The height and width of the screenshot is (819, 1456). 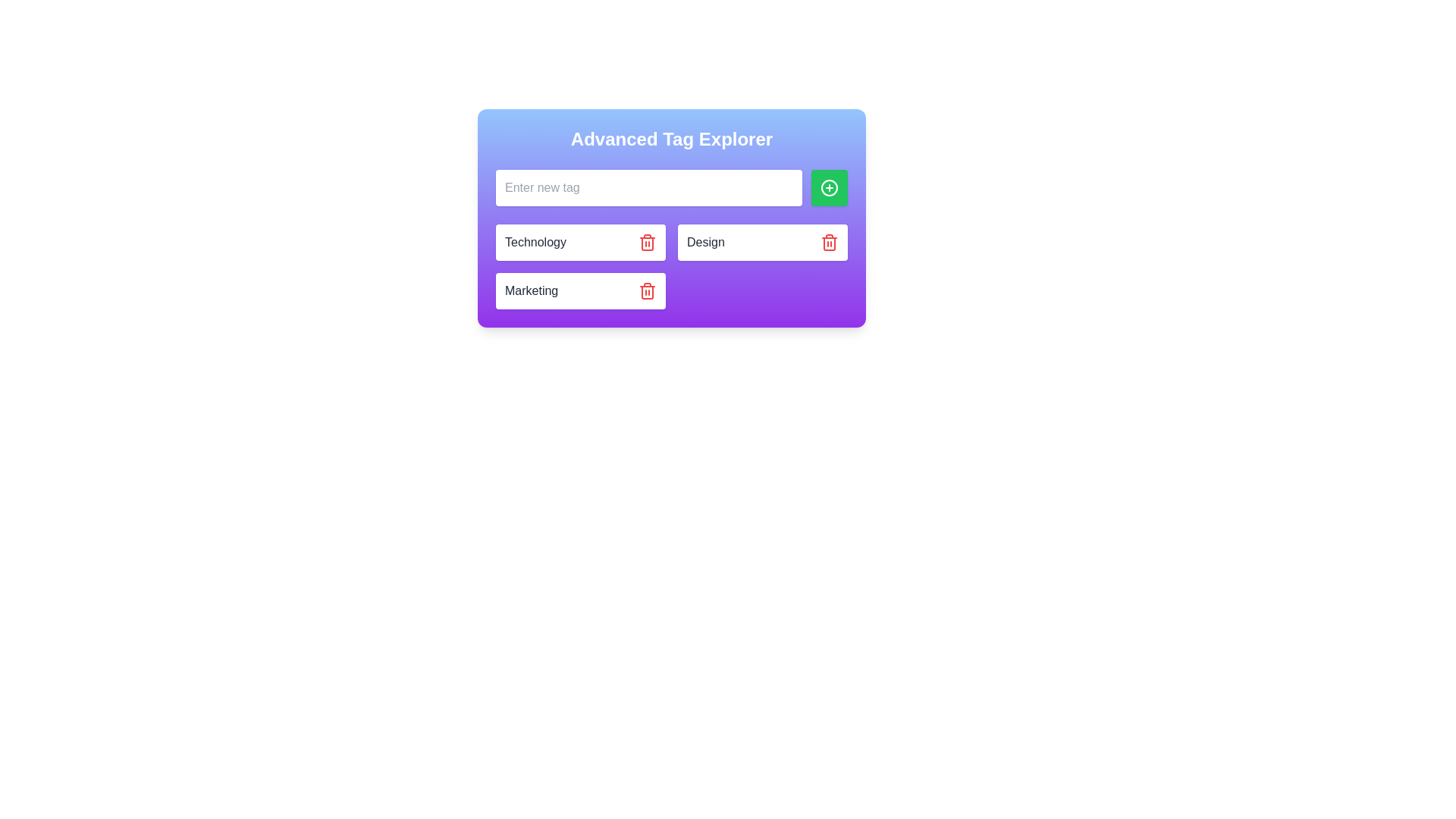 I want to click on the green button located within the tag management panel, so click(x=671, y=218).